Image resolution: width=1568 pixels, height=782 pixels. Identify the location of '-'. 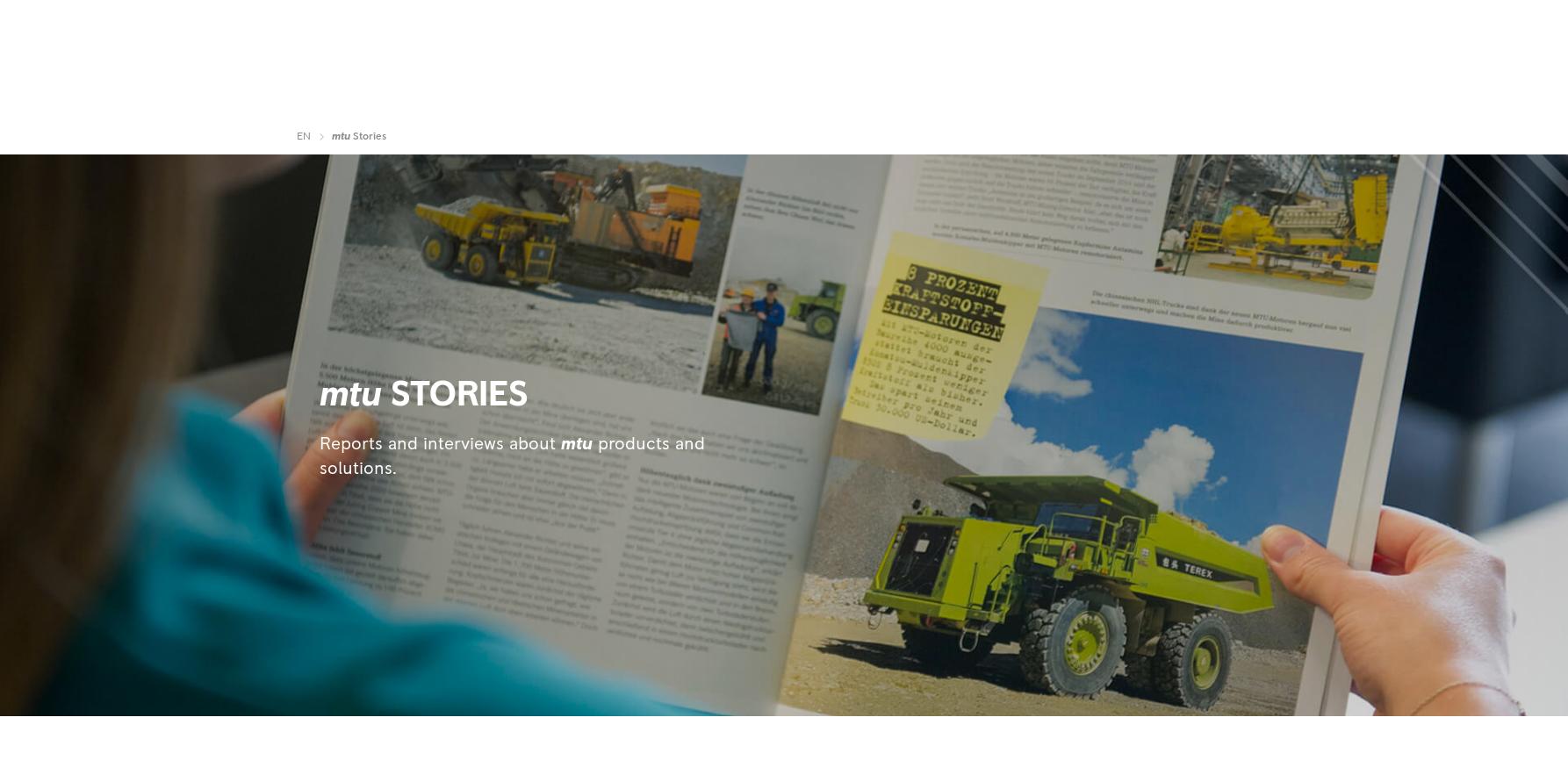
(1146, 36).